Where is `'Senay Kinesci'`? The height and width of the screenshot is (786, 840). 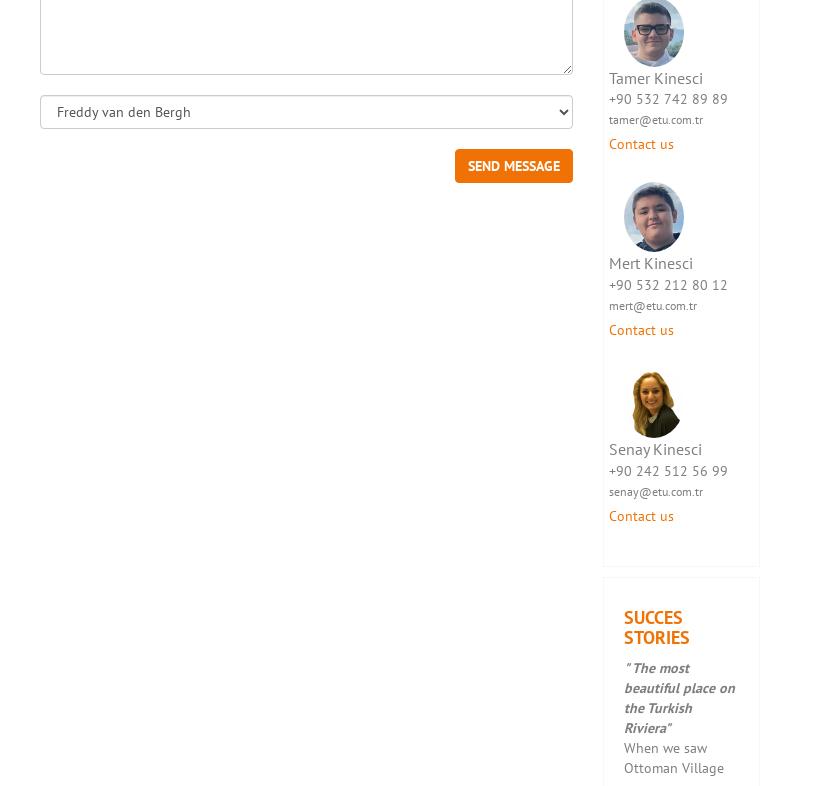 'Senay Kinesci' is located at coordinates (607, 447).